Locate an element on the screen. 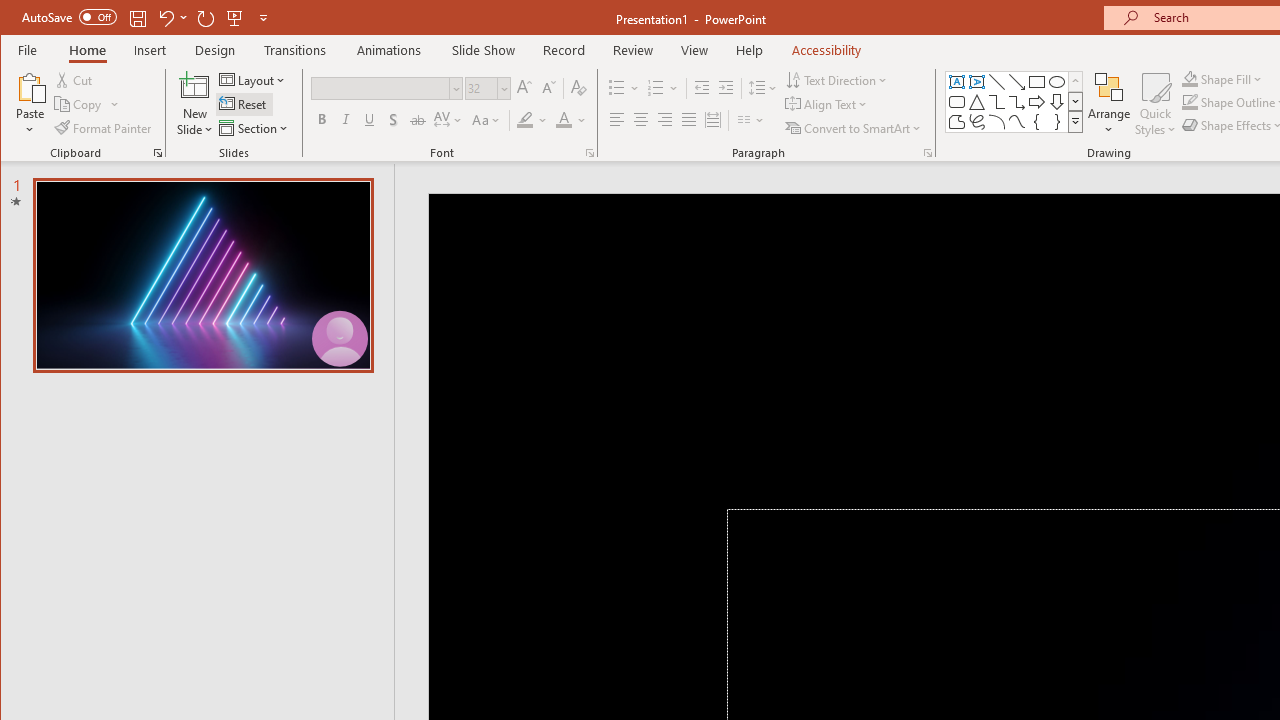  'Font Color Red' is located at coordinates (562, 120).